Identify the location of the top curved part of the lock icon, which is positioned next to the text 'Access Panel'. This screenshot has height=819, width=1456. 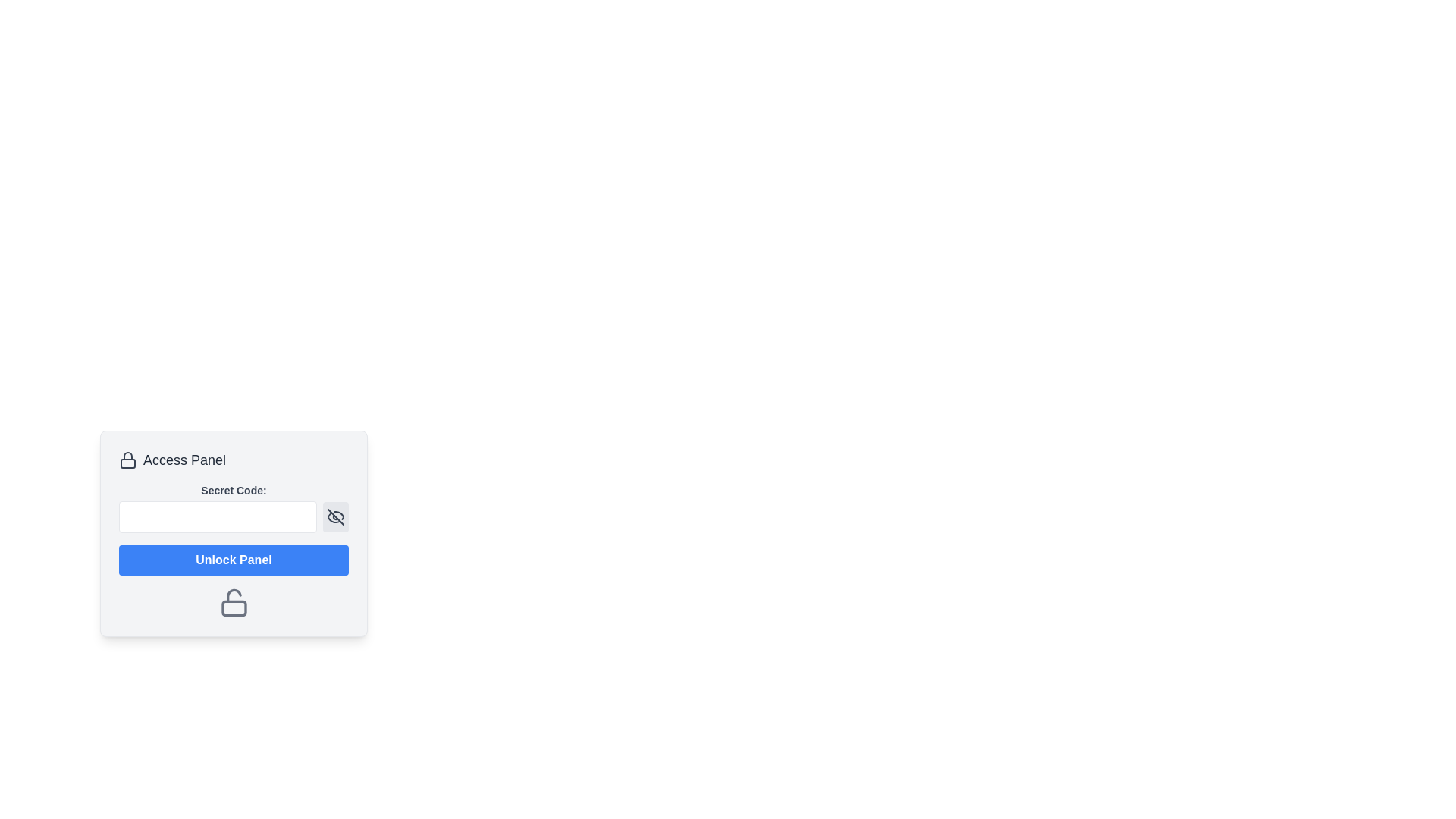
(127, 455).